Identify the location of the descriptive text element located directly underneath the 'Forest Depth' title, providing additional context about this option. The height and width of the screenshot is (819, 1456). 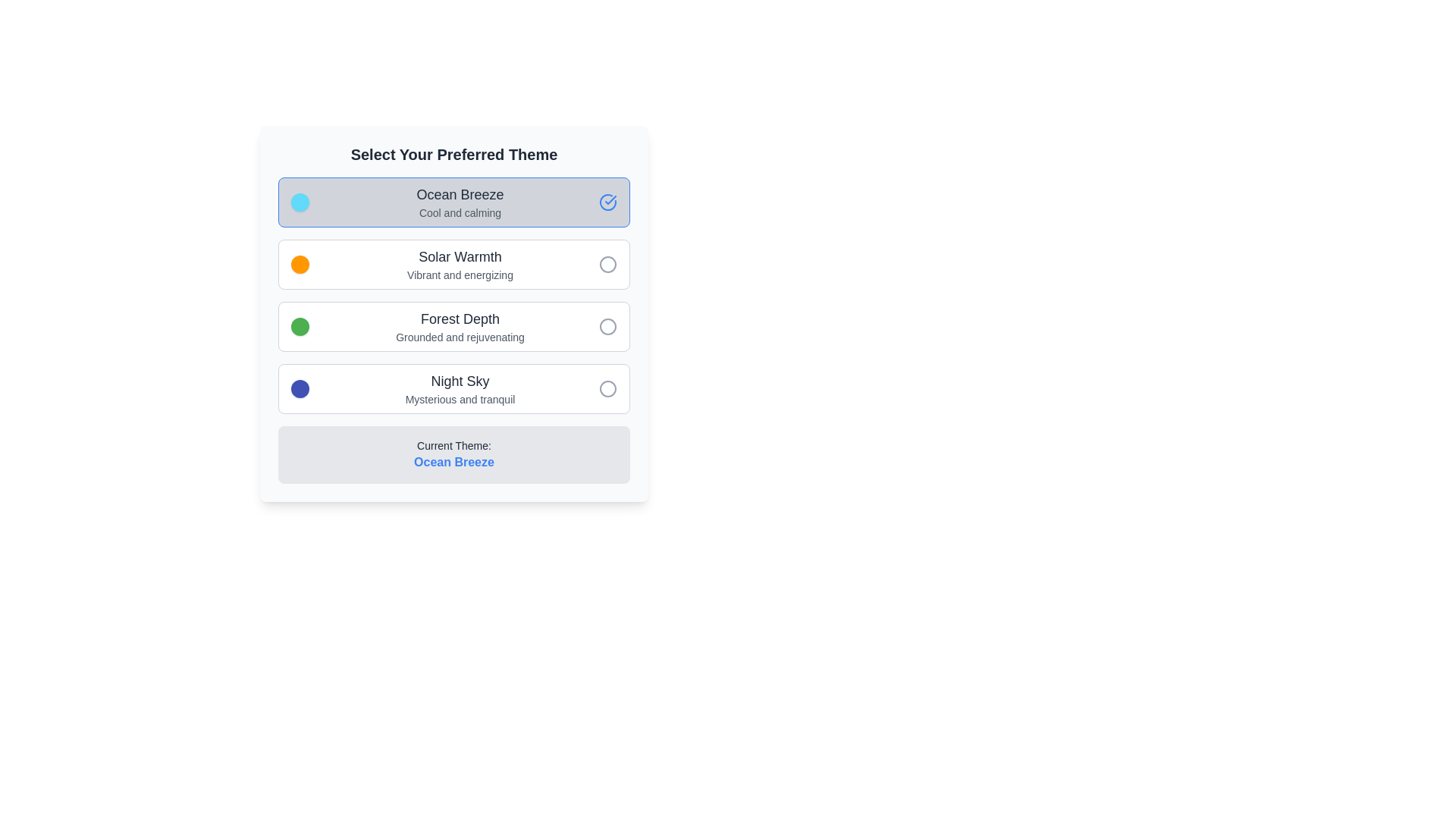
(459, 336).